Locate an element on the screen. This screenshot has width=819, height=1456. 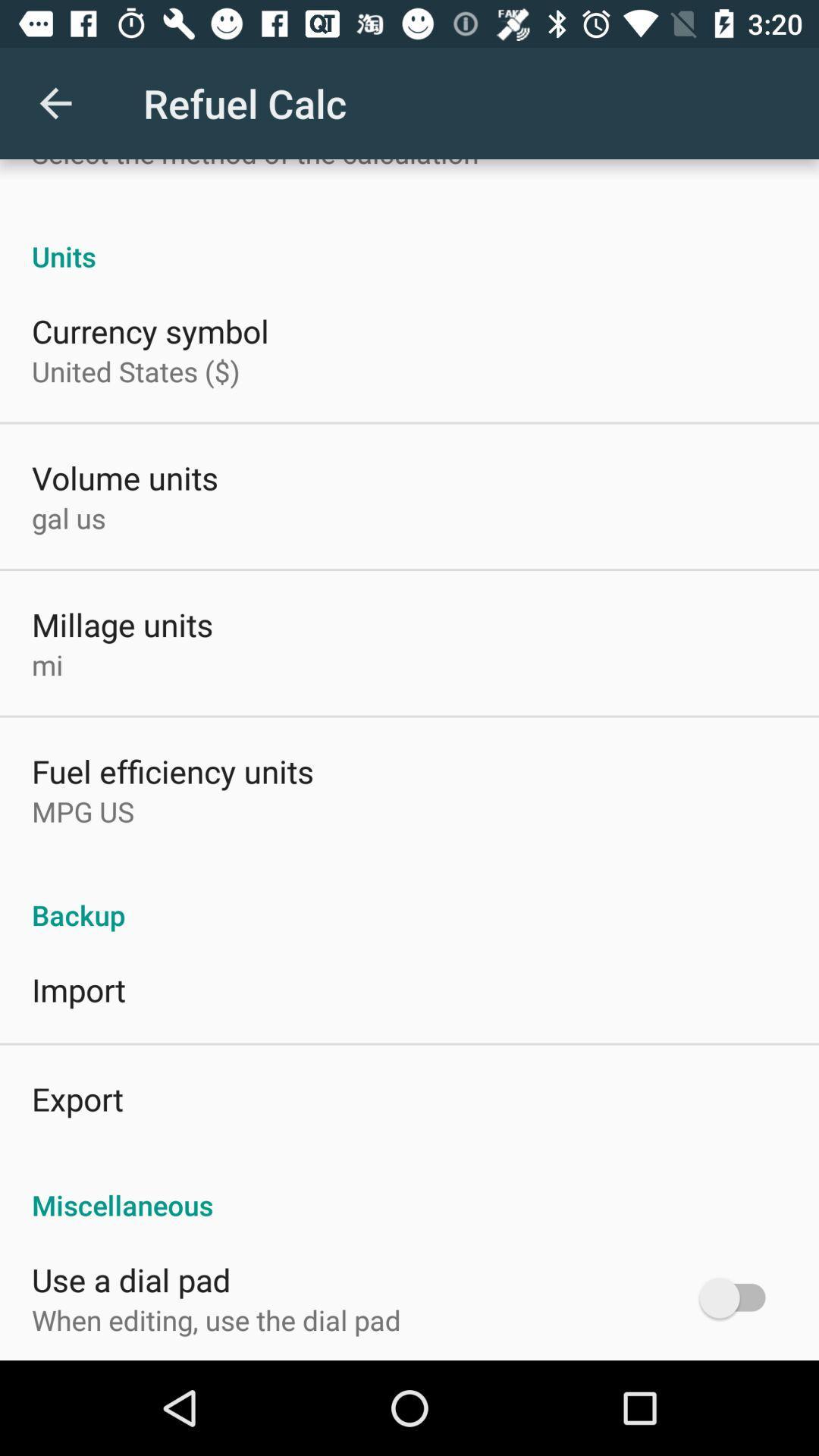
the item next to the refuel calc is located at coordinates (55, 102).